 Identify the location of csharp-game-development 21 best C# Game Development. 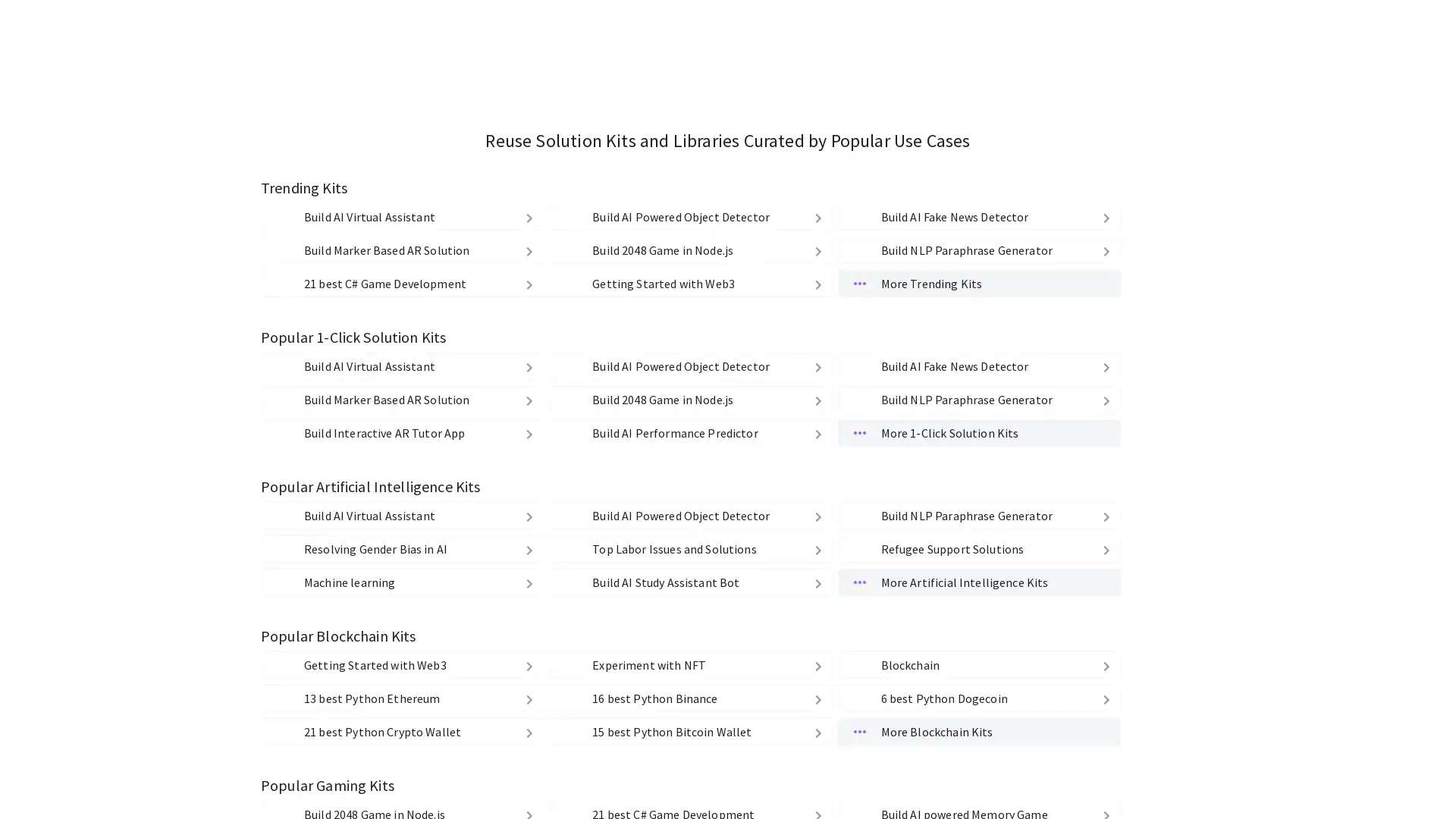
(402, 663).